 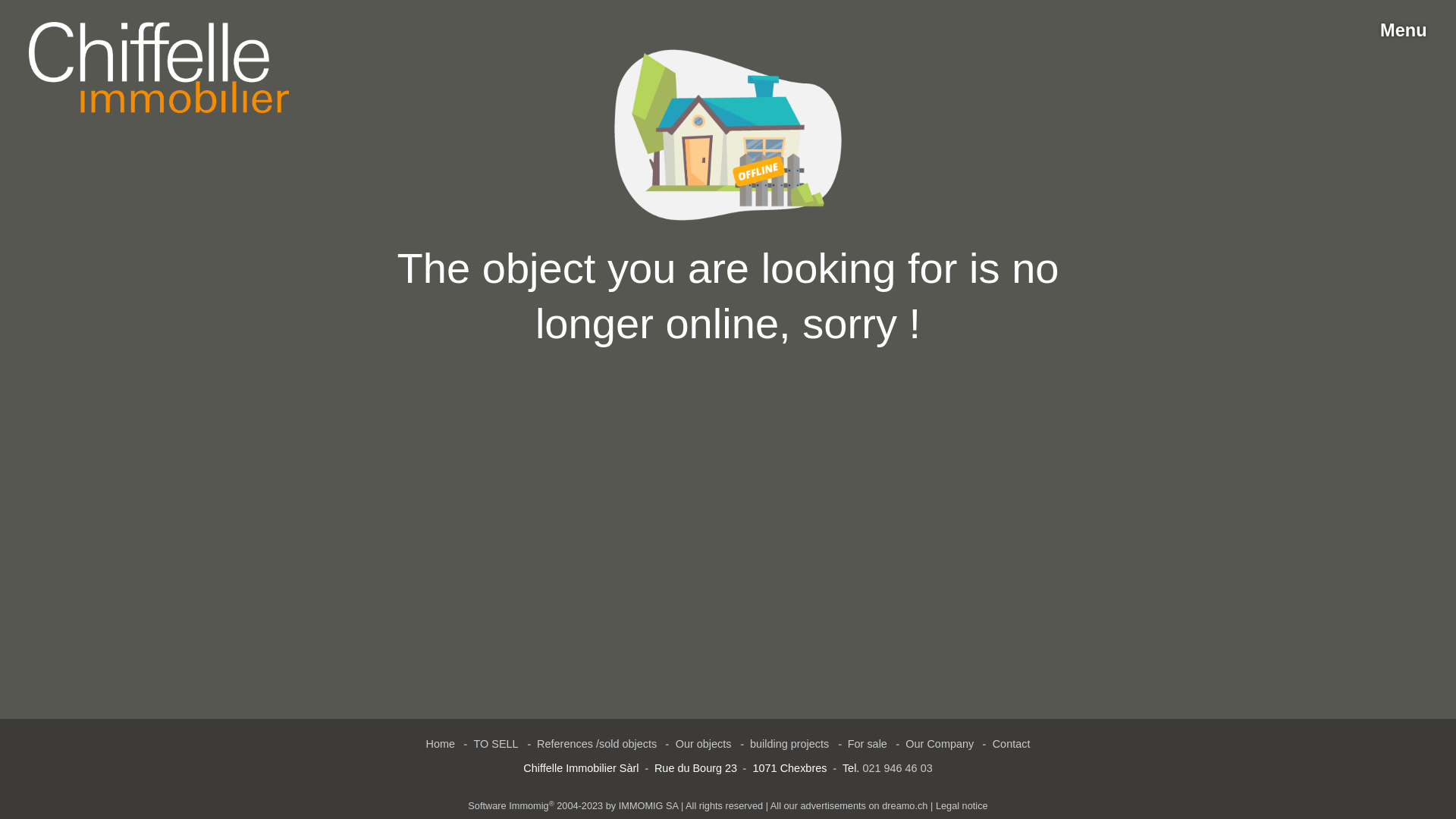 I want to click on 'TO SELL', so click(x=496, y=743).